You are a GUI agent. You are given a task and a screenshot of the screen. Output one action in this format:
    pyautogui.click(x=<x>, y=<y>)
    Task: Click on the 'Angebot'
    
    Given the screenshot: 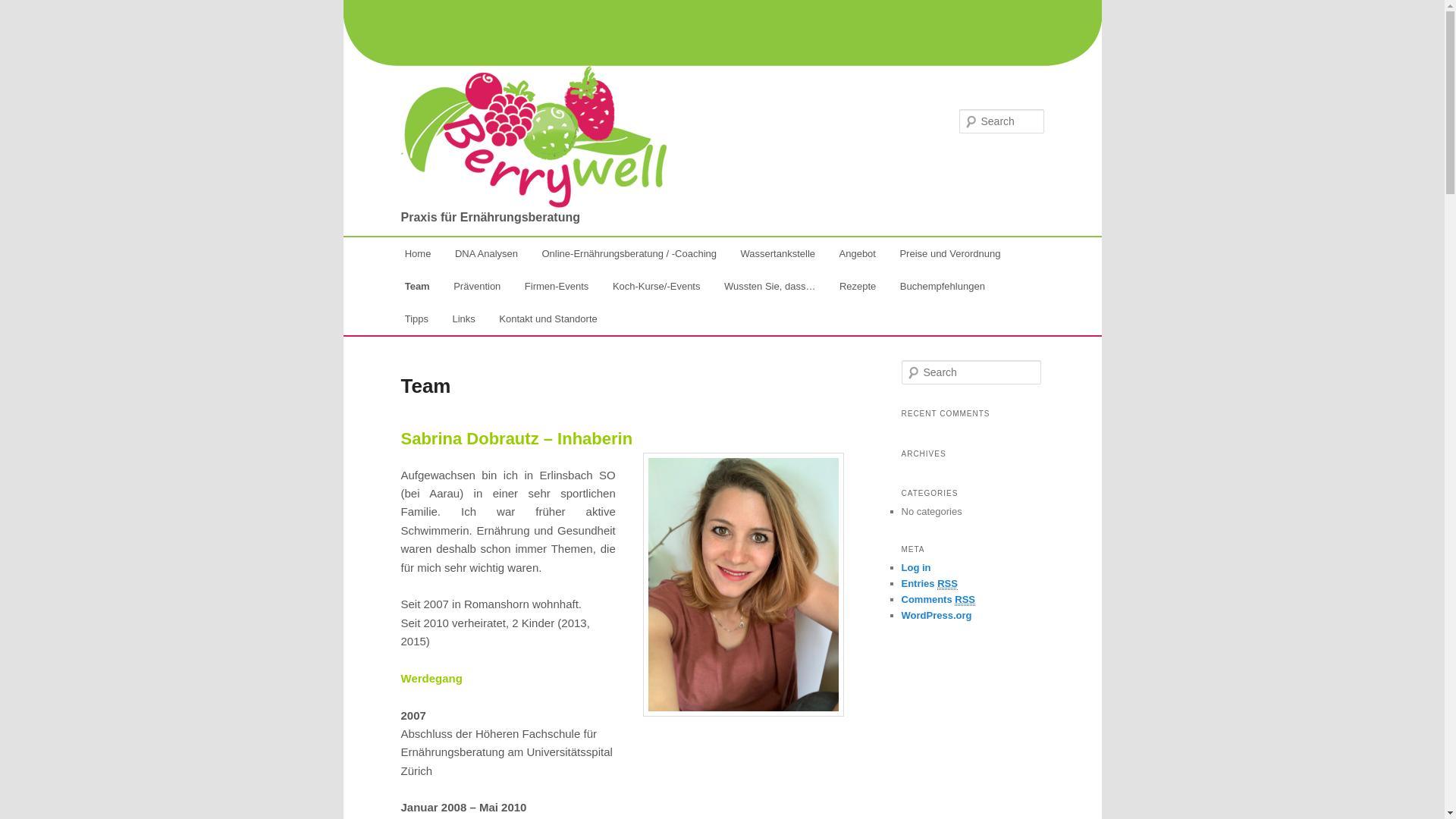 What is the action you would take?
    pyautogui.click(x=858, y=252)
    